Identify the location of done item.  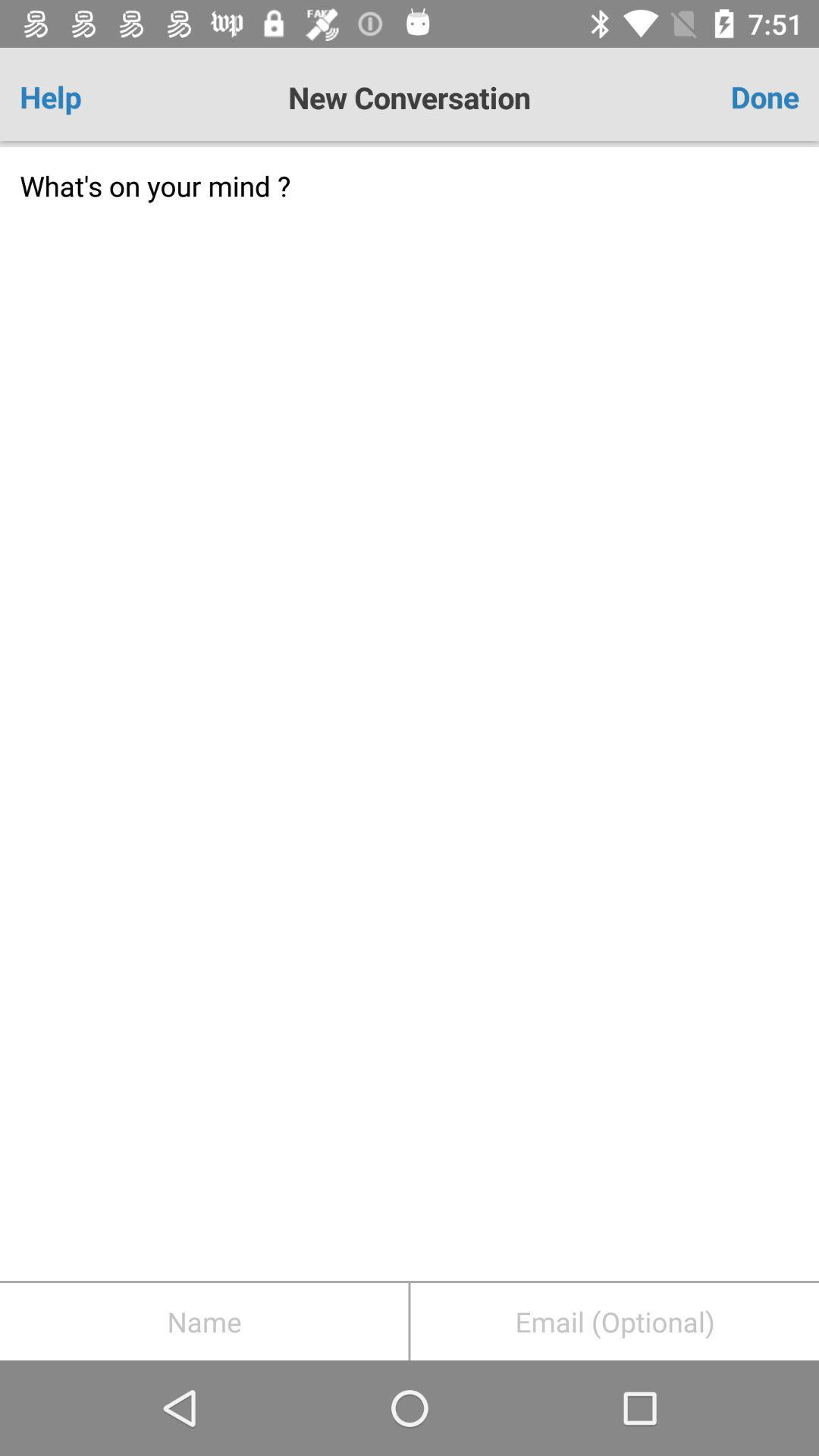
(734, 96).